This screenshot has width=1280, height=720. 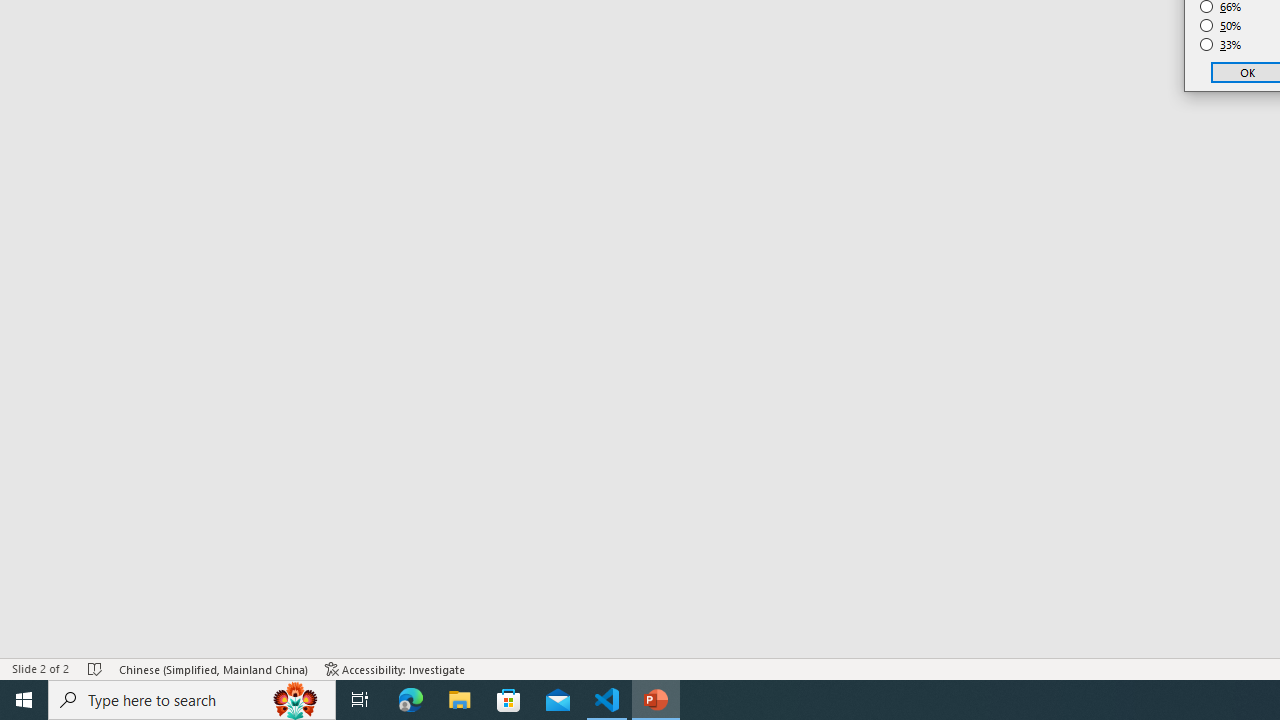 I want to click on '33%', so click(x=1220, y=45).